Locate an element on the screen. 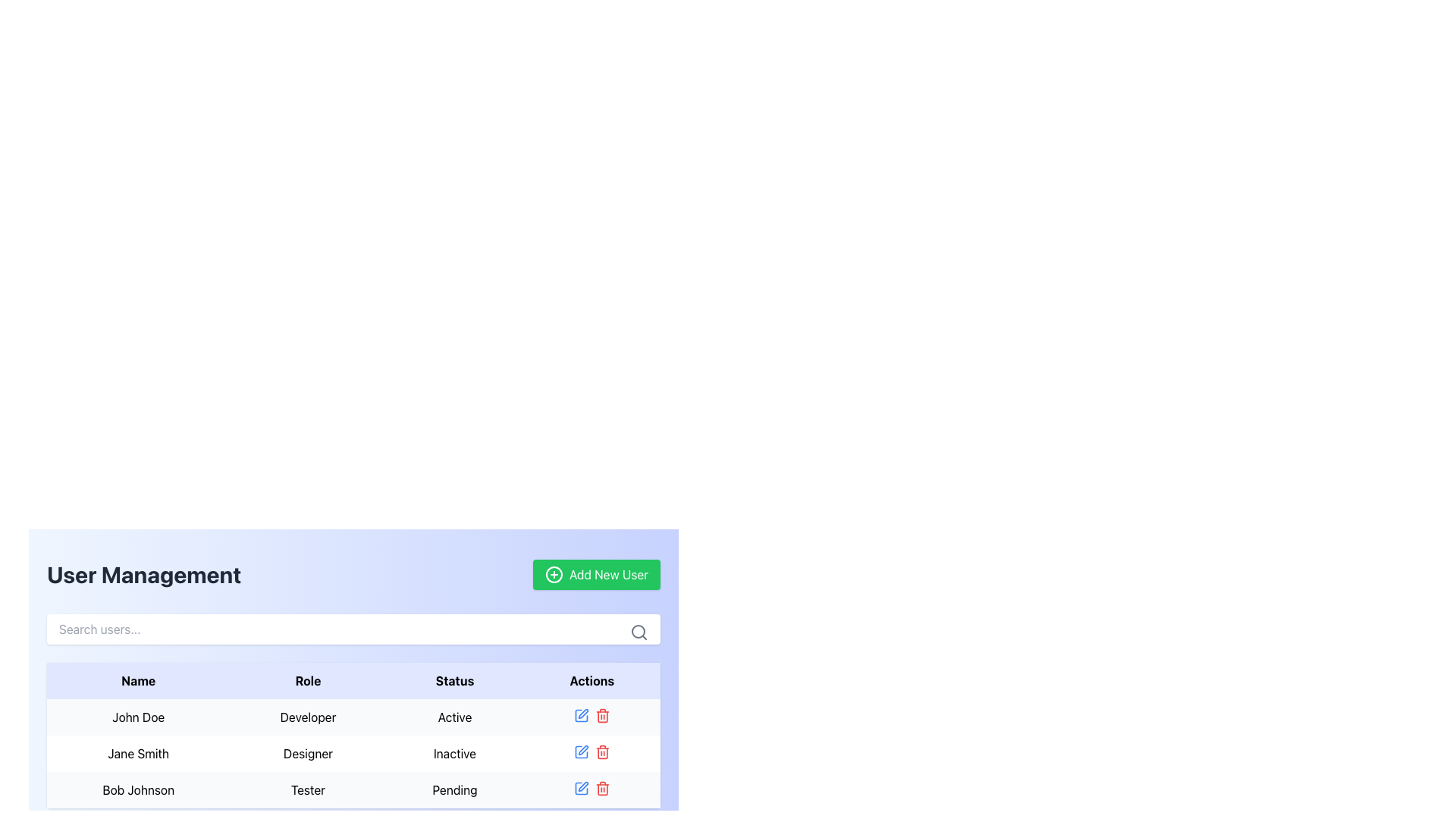 The width and height of the screenshot is (1456, 819). the 'Status' text label, which is the third item in a header row of four columns, styled in bold and located between 'Role' and 'Actions' is located at coordinates (454, 680).